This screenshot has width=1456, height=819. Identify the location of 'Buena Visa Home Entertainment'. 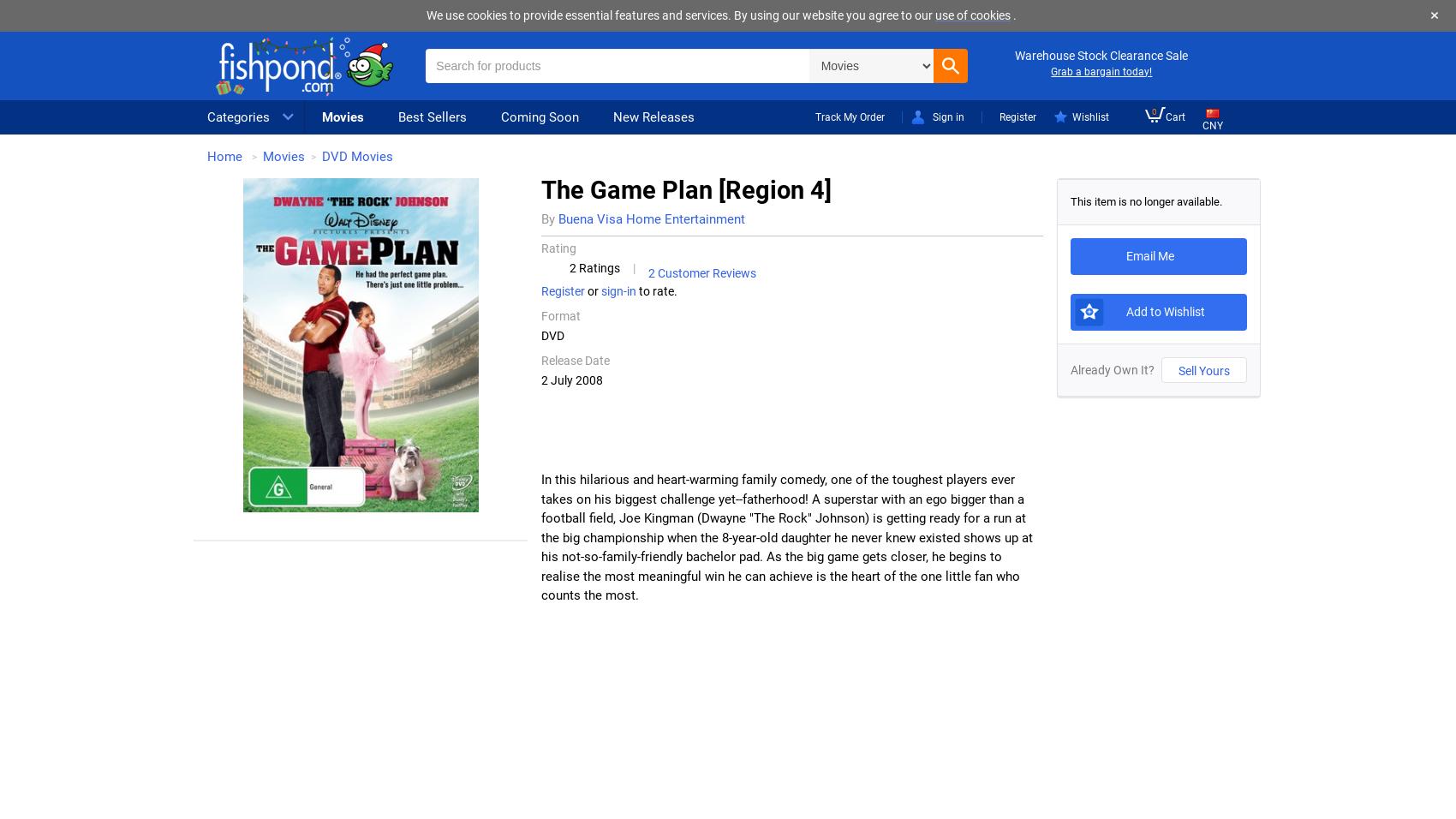
(650, 217).